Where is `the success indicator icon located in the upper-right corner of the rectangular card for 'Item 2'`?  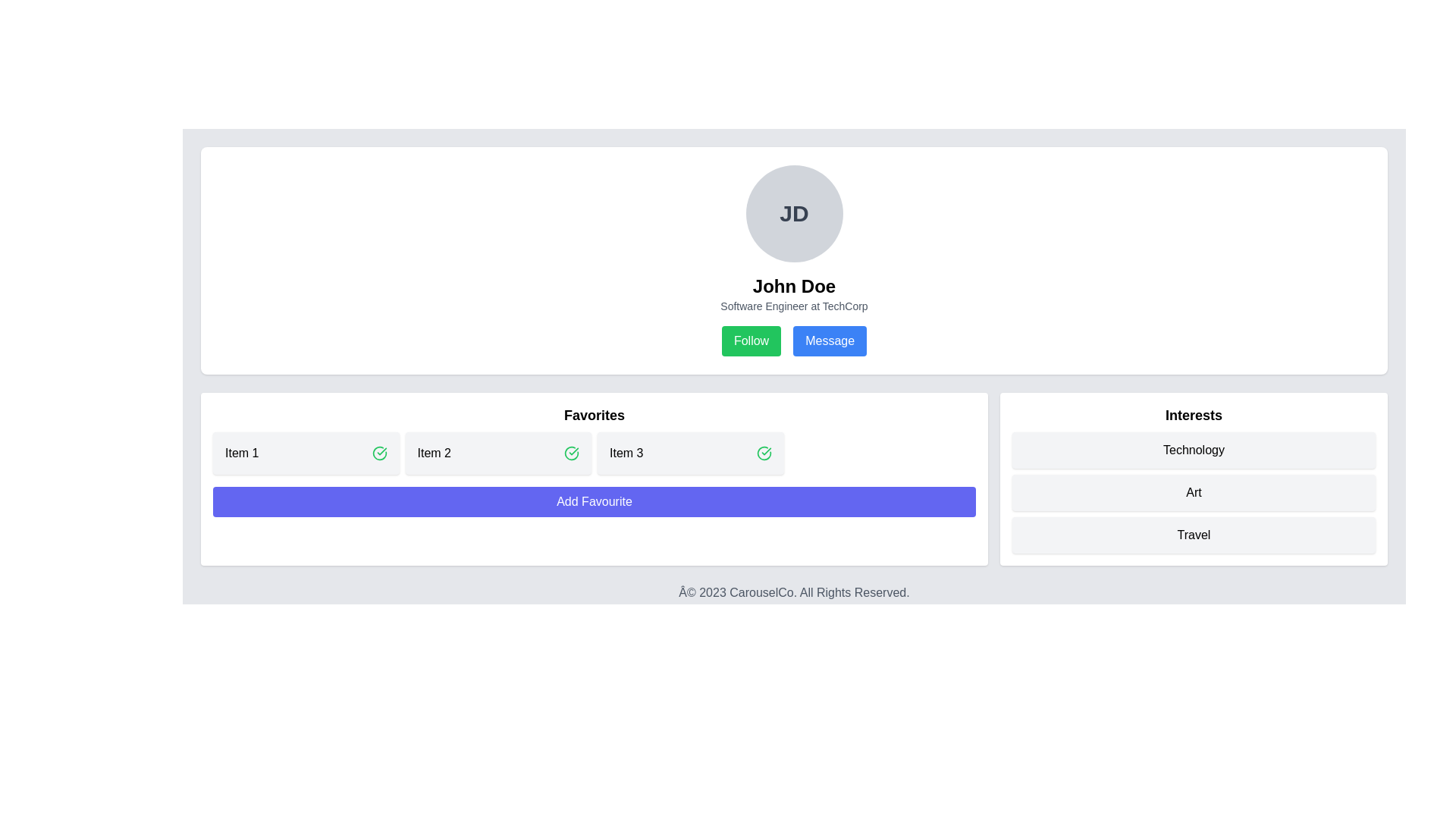 the success indicator icon located in the upper-right corner of the rectangular card for 'Item 2' is located at coordinates (570, 452).